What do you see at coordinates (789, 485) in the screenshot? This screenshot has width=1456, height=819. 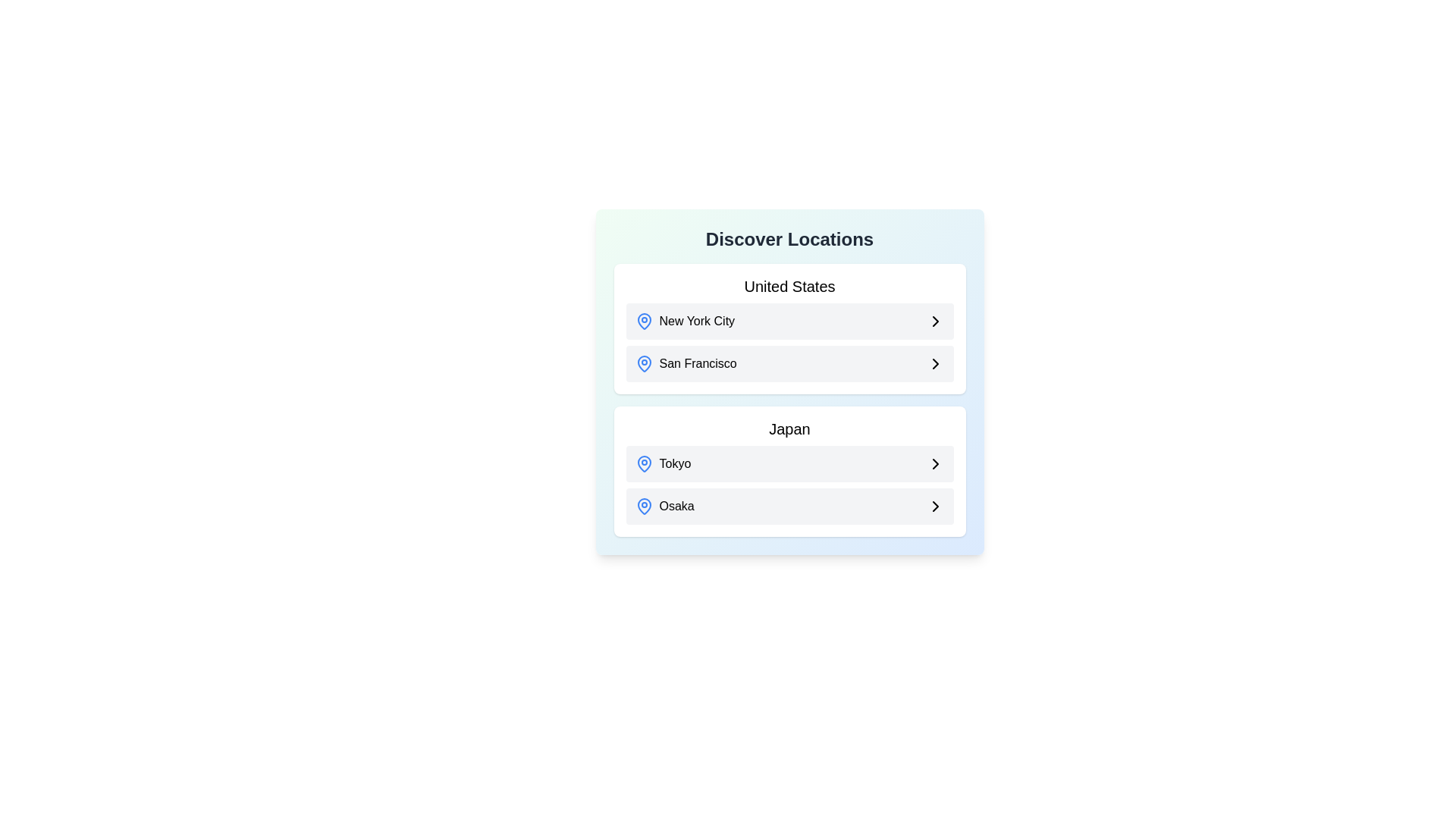 I see `the list item within the 'Japan' section of the menu that allows navigation to details about 'Tokyo' or 'Osaka'` at bounding box center [789, 485].